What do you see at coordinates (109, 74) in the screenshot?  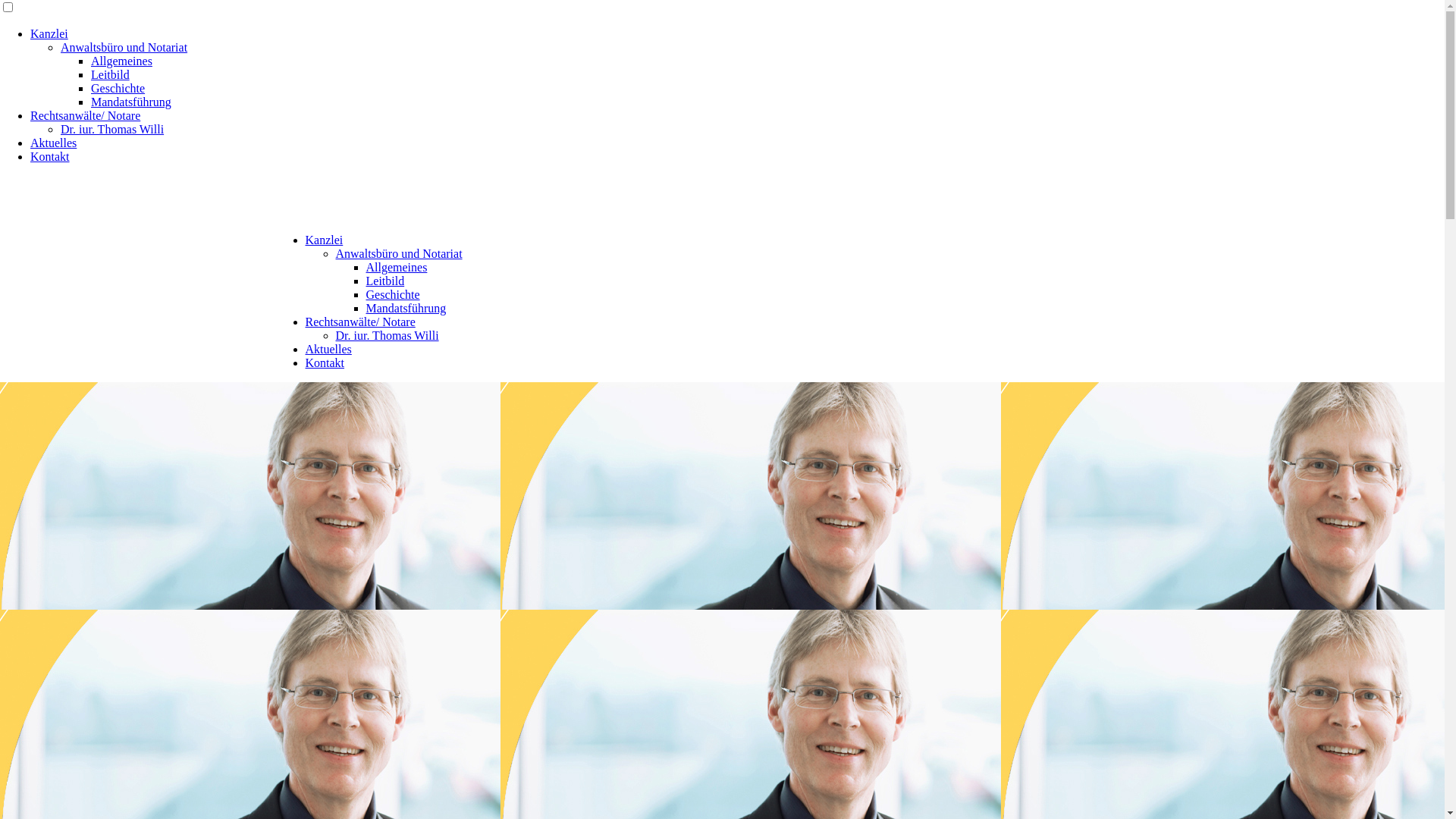 I see `'Leitbild'` at bounding box center [109, 74].